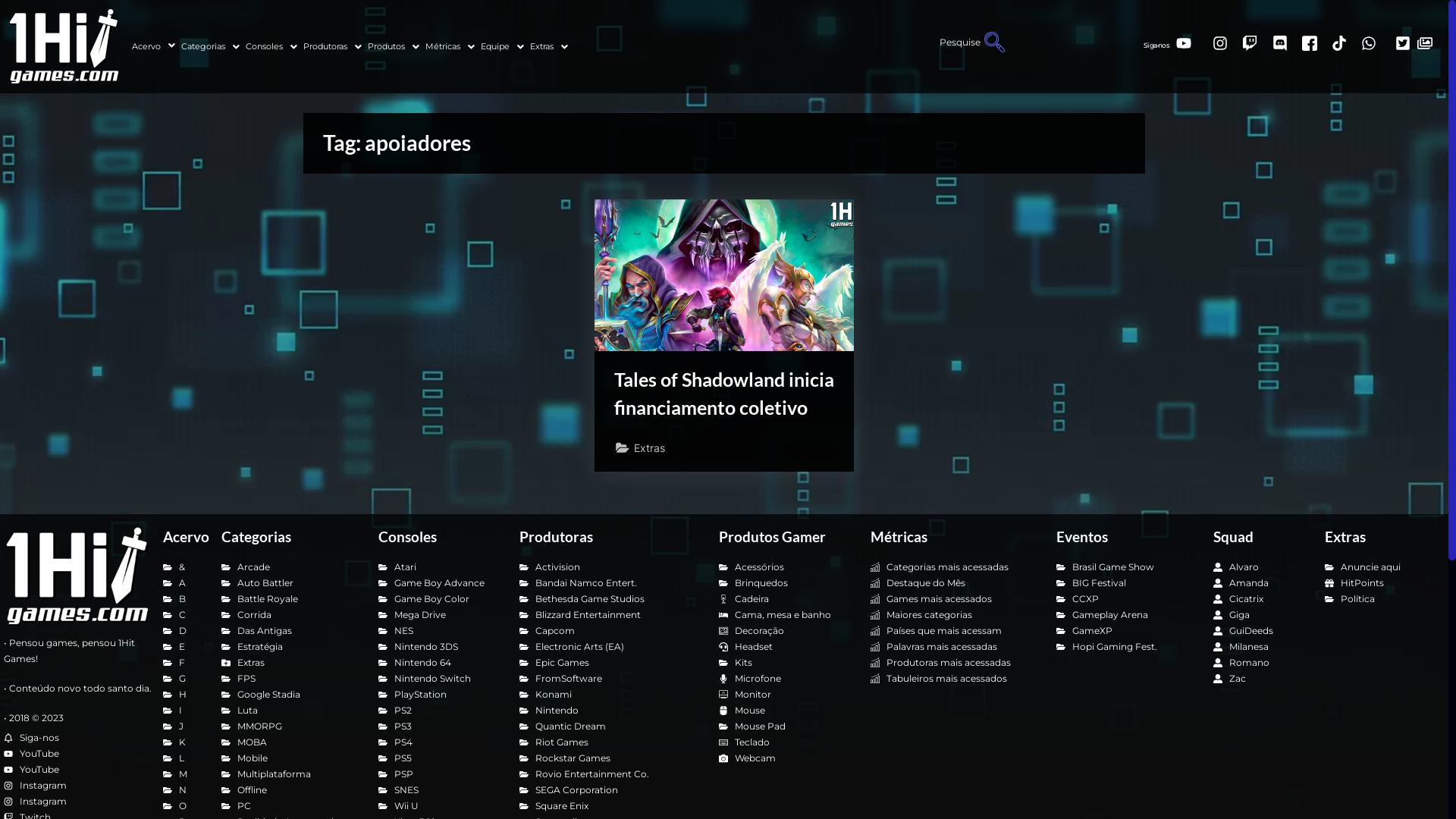 Image resolution: width=1456 pixels, height=819 pixels. Describe the element at coordinates (184, 758) in the screenshot. I see `'L'` at that location.